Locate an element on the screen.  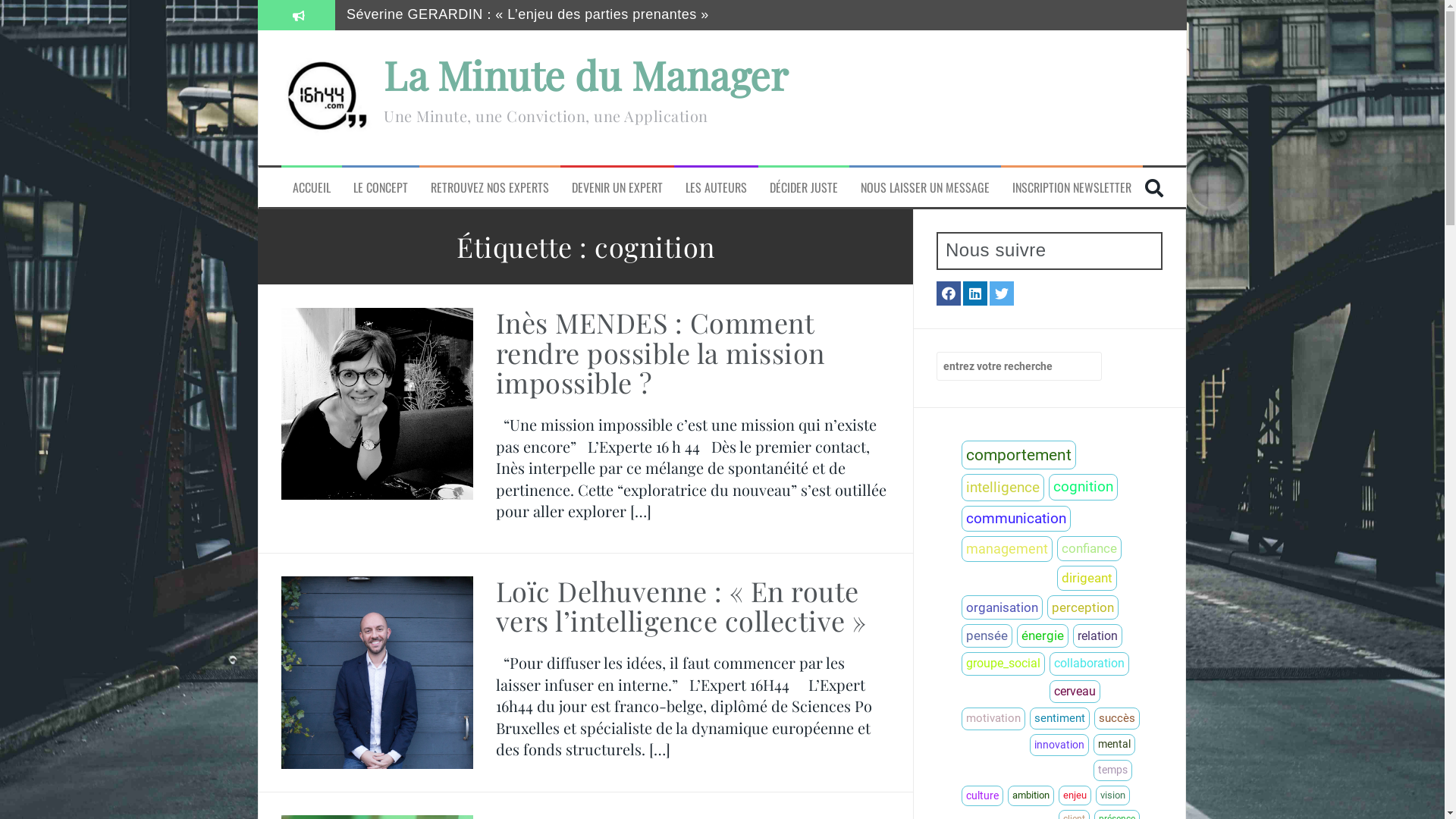
'La Minute du Manager' is located at coordinates (585, 74).